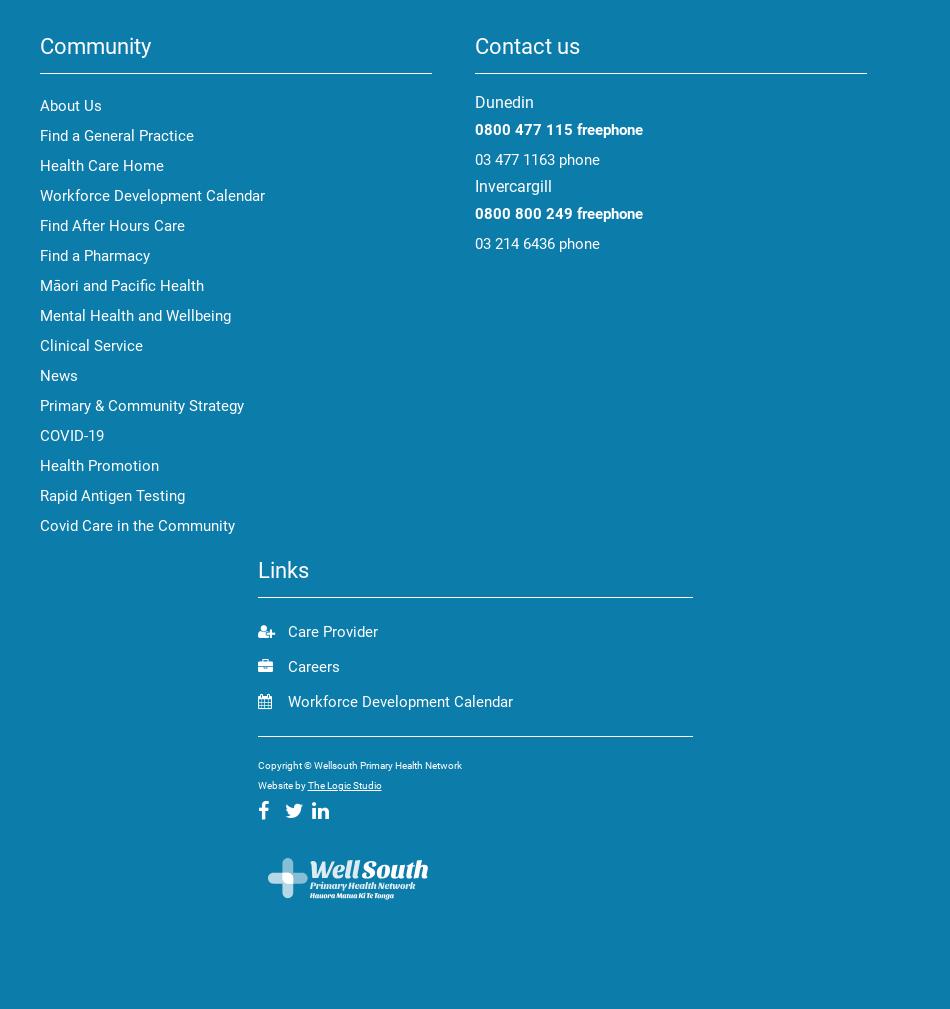 The height and width of the screenshot is (1009, 950). Describe the element at coordinates (558, 213) in the screenshot. I see `'0800 800 249 freephone'` at that location.